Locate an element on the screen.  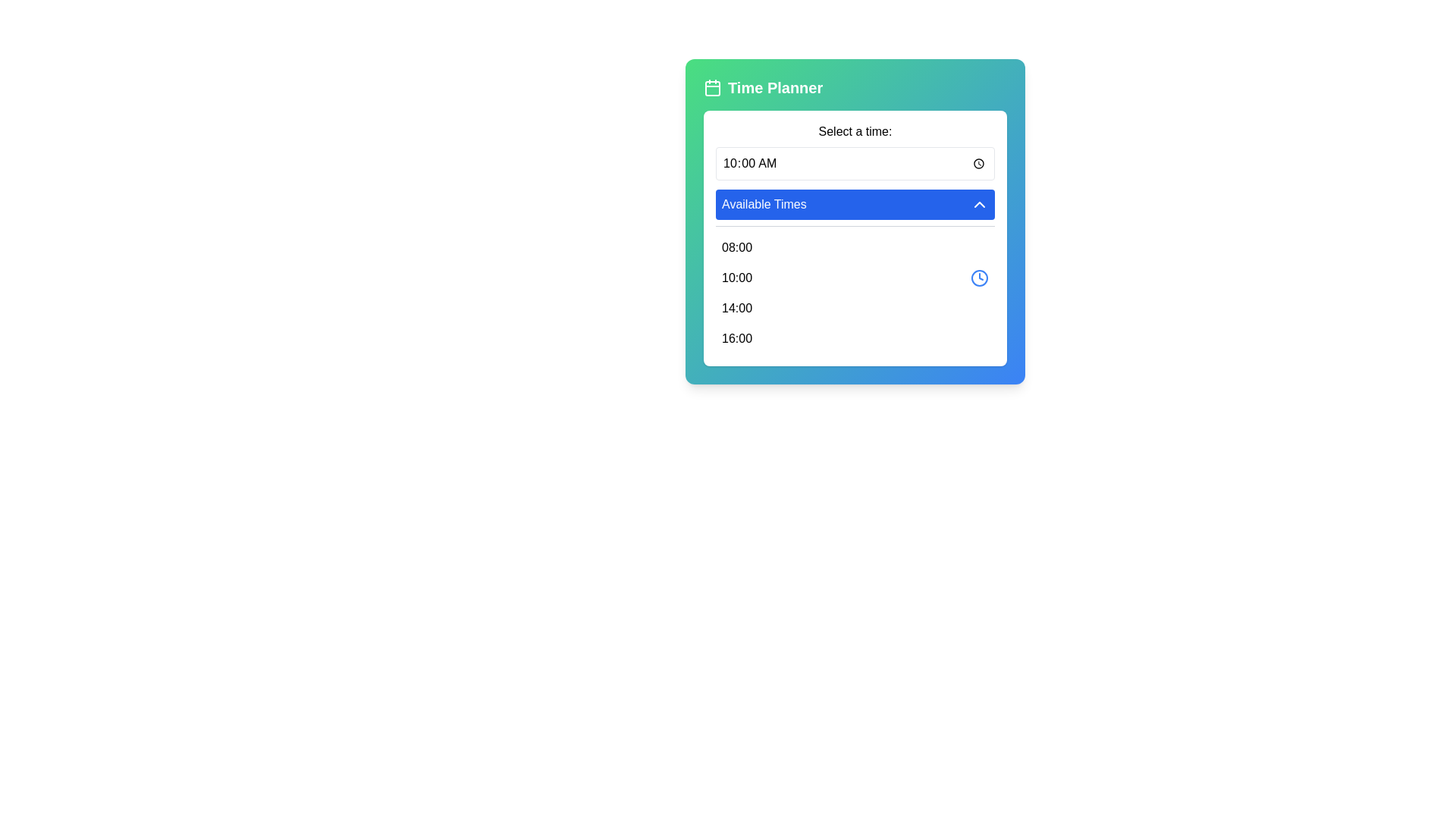
the Time input field to focus and edit the time, which is styled with a light background, rounded corners, and displays '10:00 AM' is located at coordinates (855, 164).